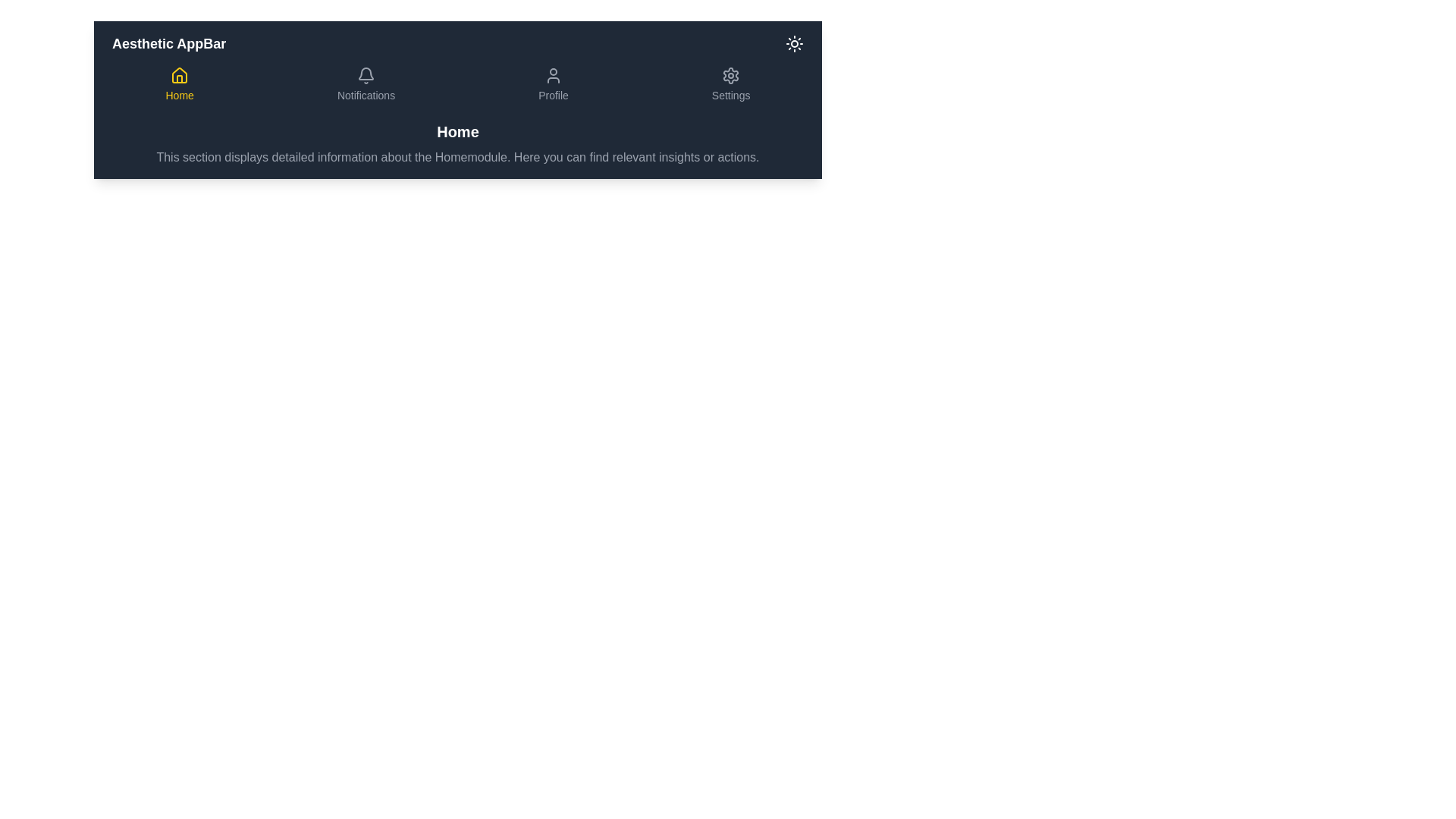 This screenshot has width=1456, height=819. I want to click on the tab labeled Settings to view its detailed information, so click(731, 84).